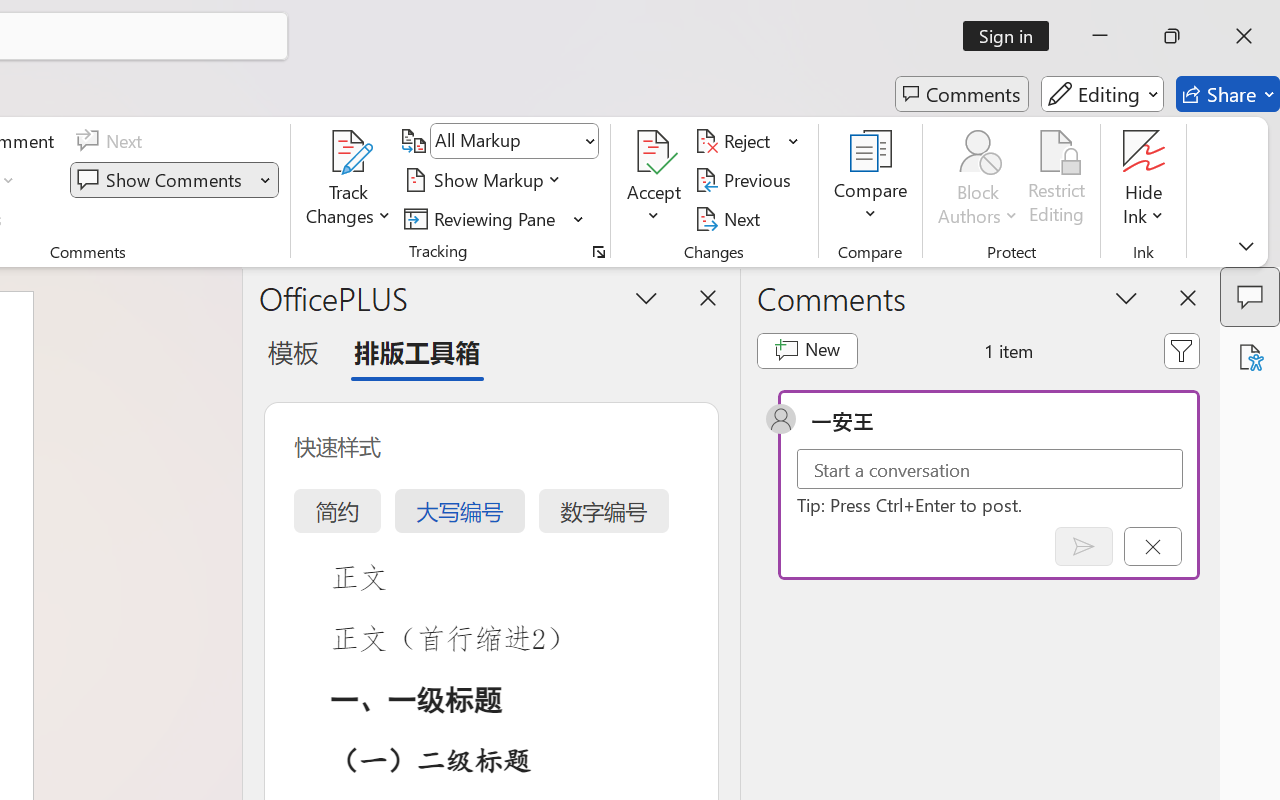 The width and height of the screenshot is (1280, 800). I want to click on 'Track Changes', so click(349, 151).